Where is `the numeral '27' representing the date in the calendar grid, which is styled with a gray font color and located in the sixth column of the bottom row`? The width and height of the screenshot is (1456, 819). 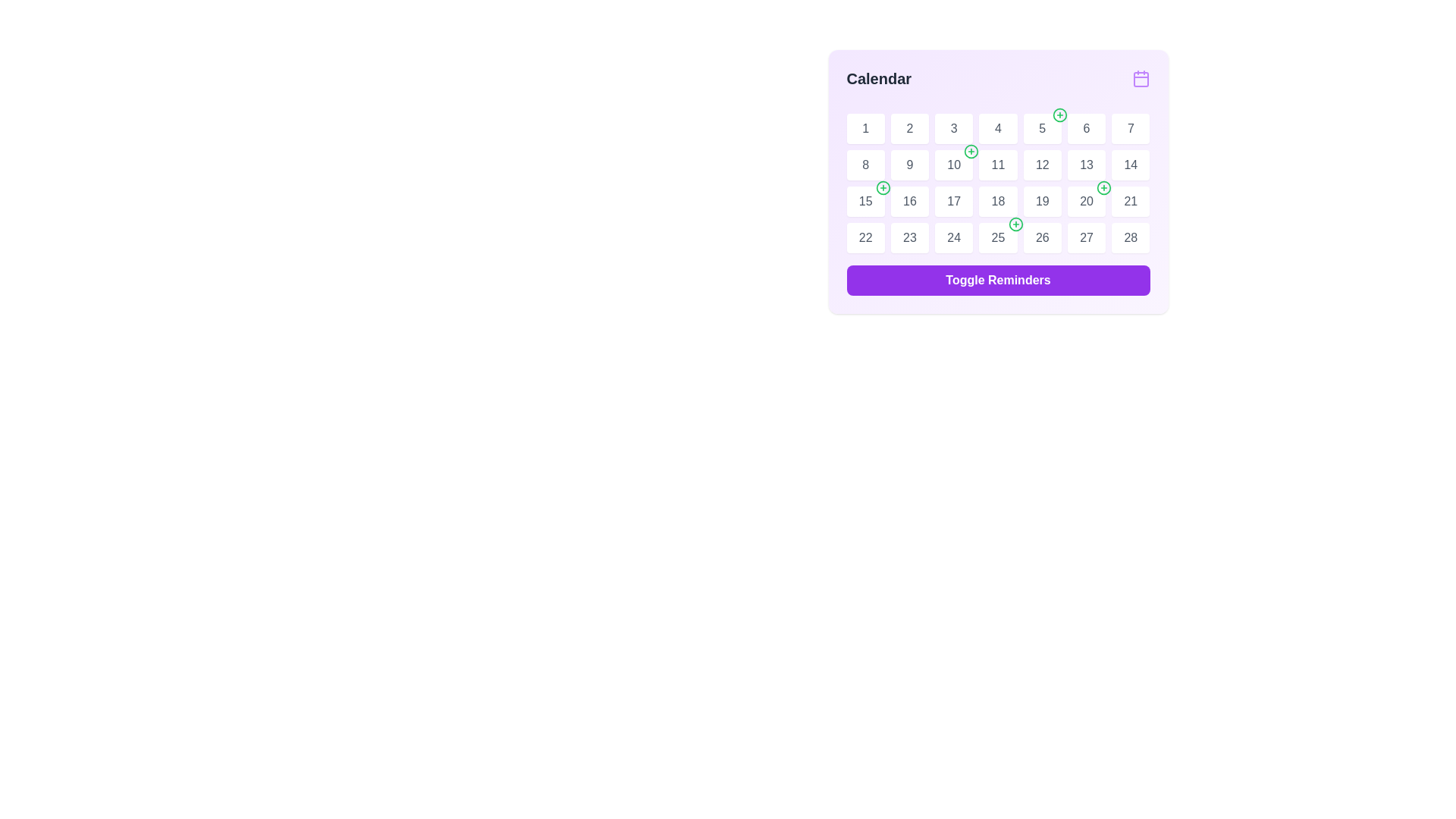 the numeral '27' representing the date in the calendar grid, which is styled with a gray font color and located in the sixth column of the bottom row is located at coordinates (1086, 237).